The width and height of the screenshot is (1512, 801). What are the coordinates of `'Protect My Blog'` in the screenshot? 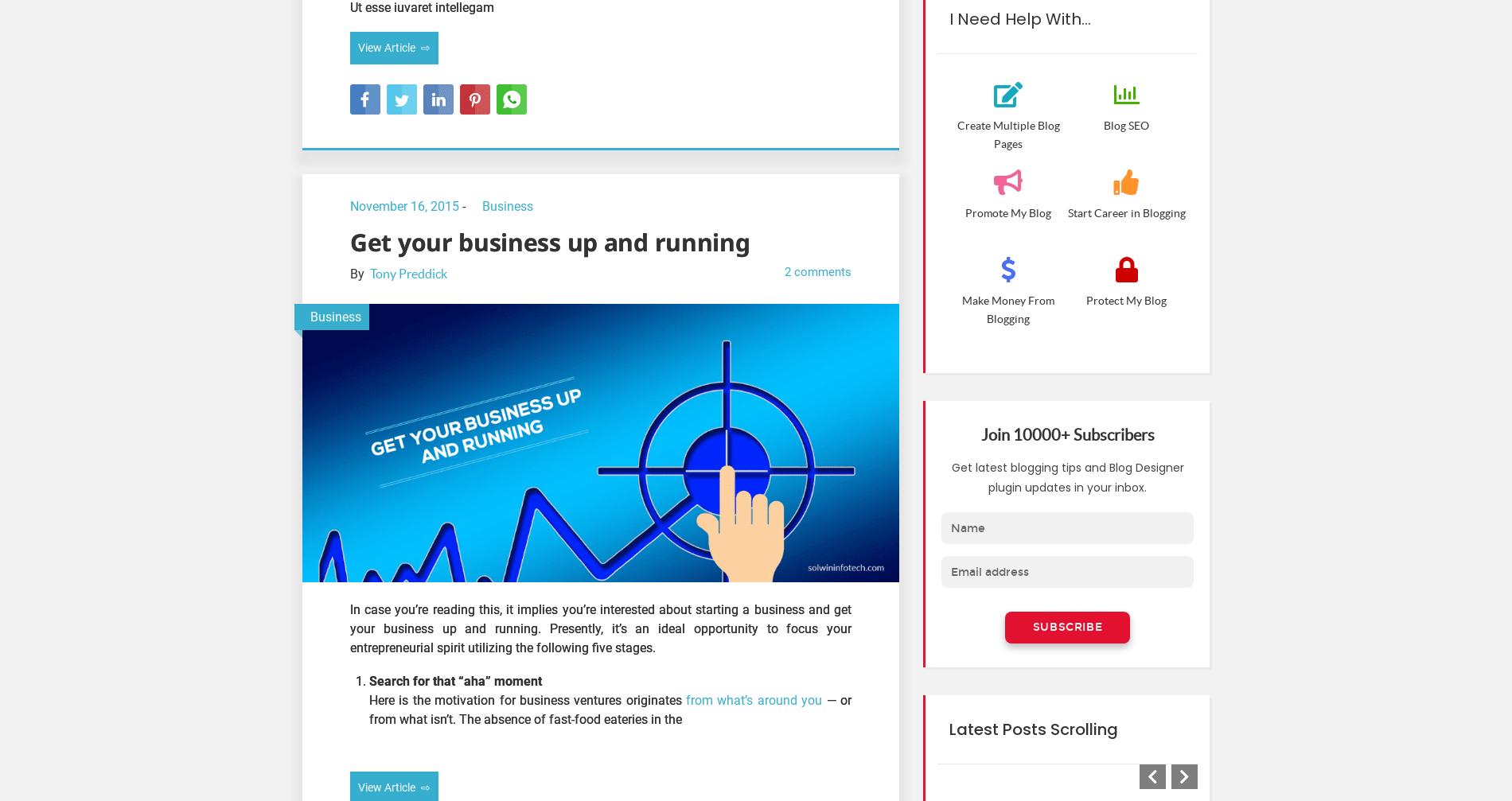 It's located at (1125, 301).